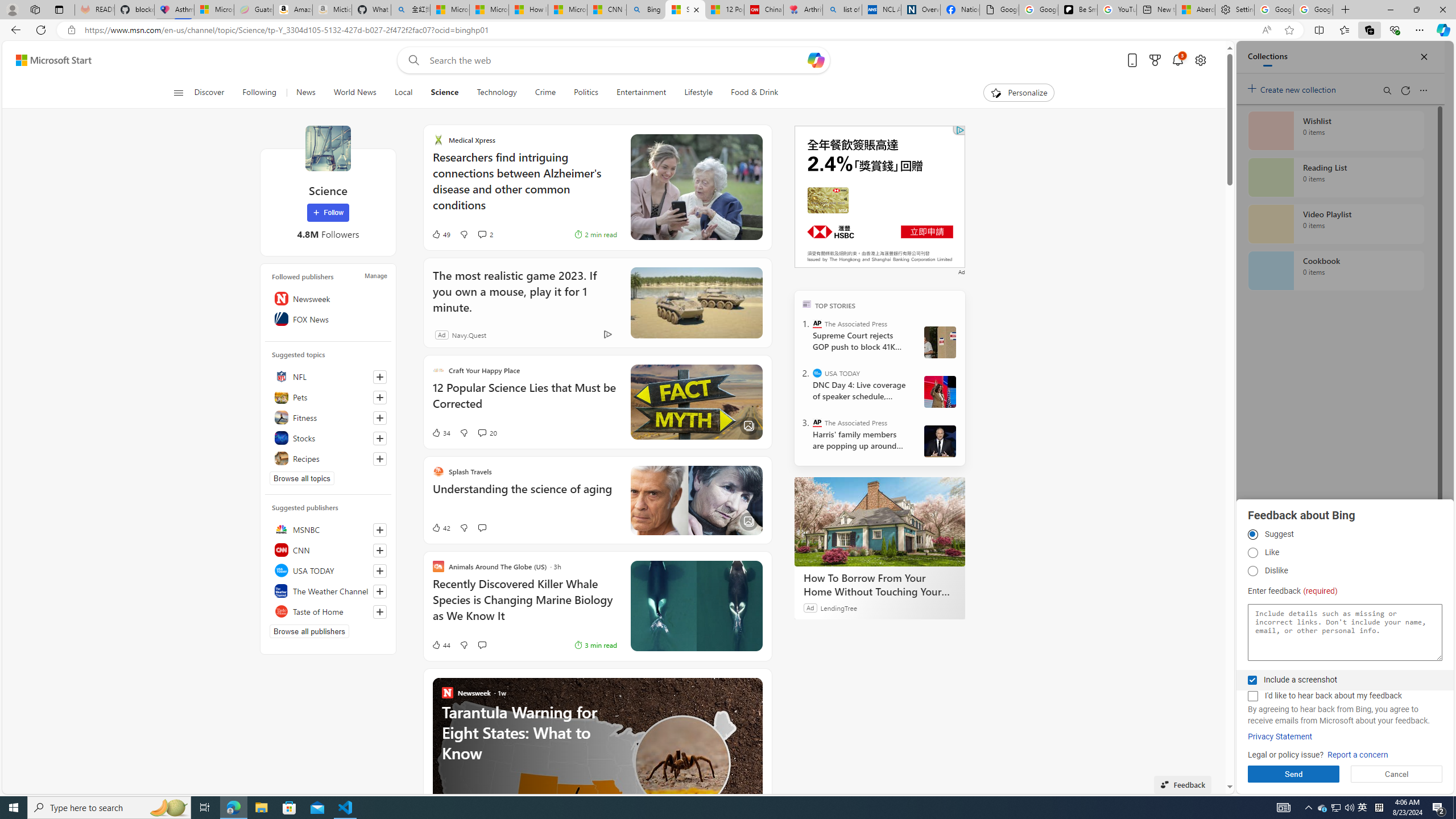  What do you see at coordinates (1396, 773) in the screenshot?
I see `'Cancel'` at bounding box center [1396, 773].